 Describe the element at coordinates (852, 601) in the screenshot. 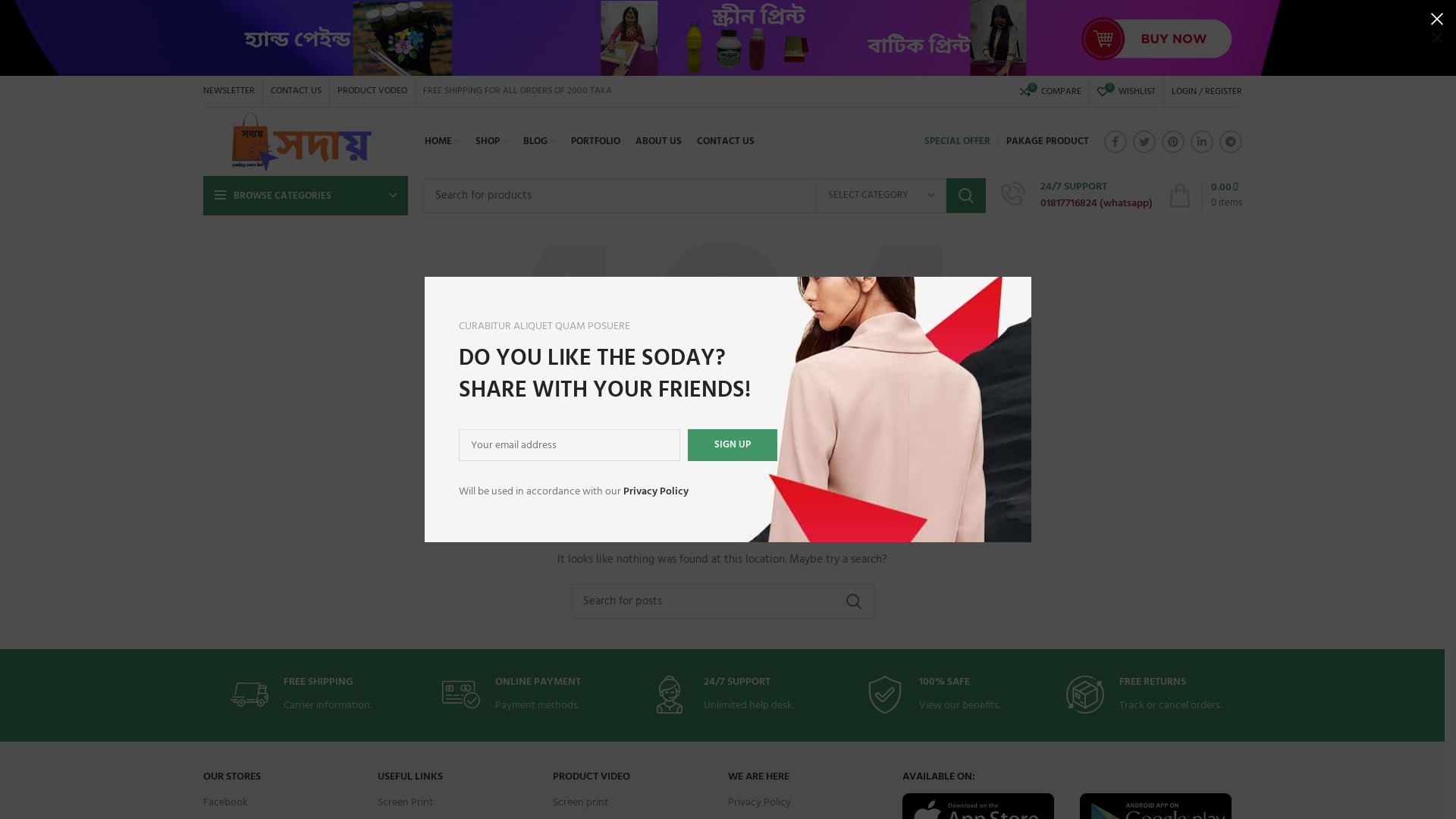

I see `'SEARCH'` at that location.